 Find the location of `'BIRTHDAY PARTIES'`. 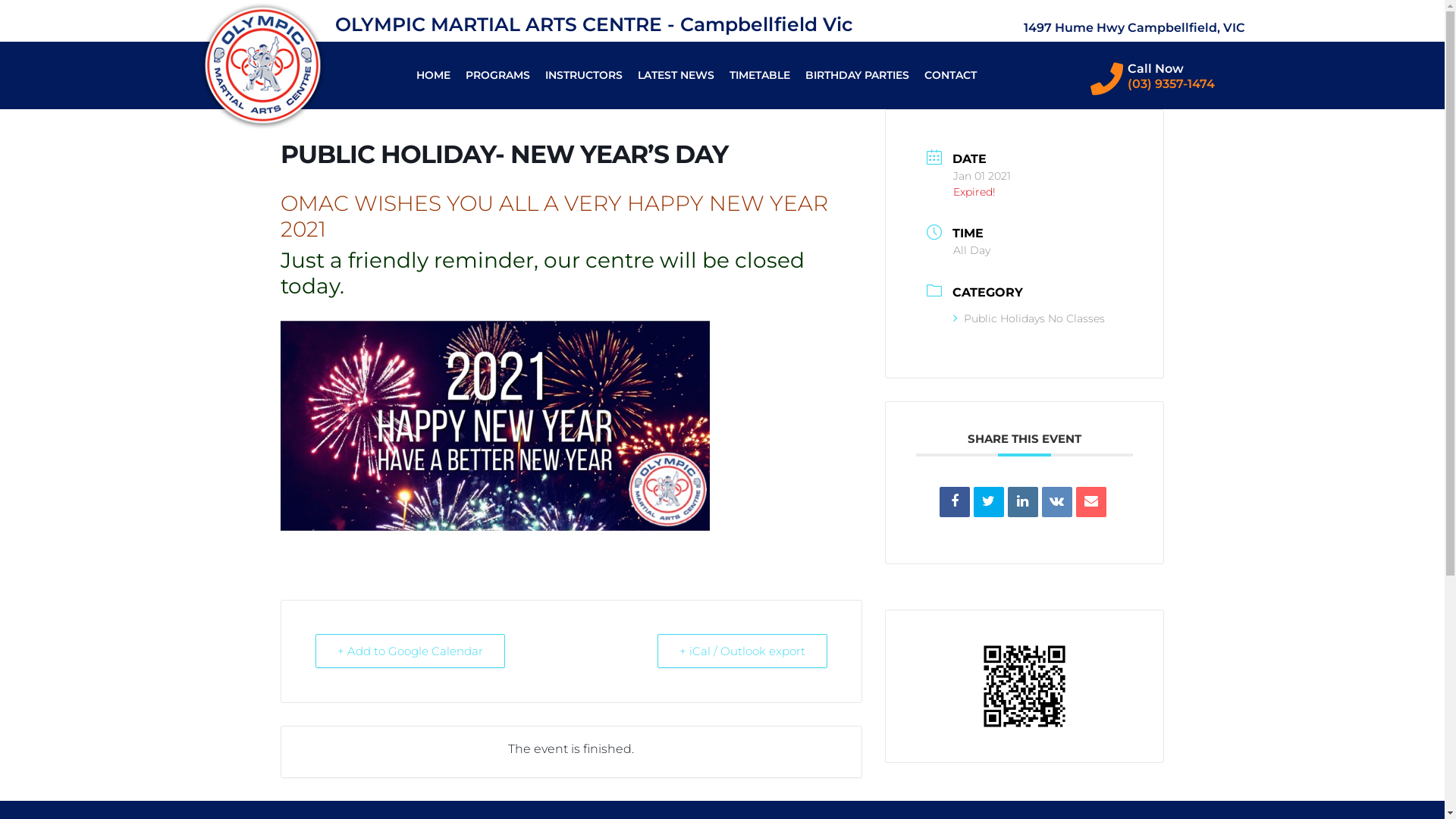

'BIRTHDAY PARTIES' is located at coordinates (796, 75).